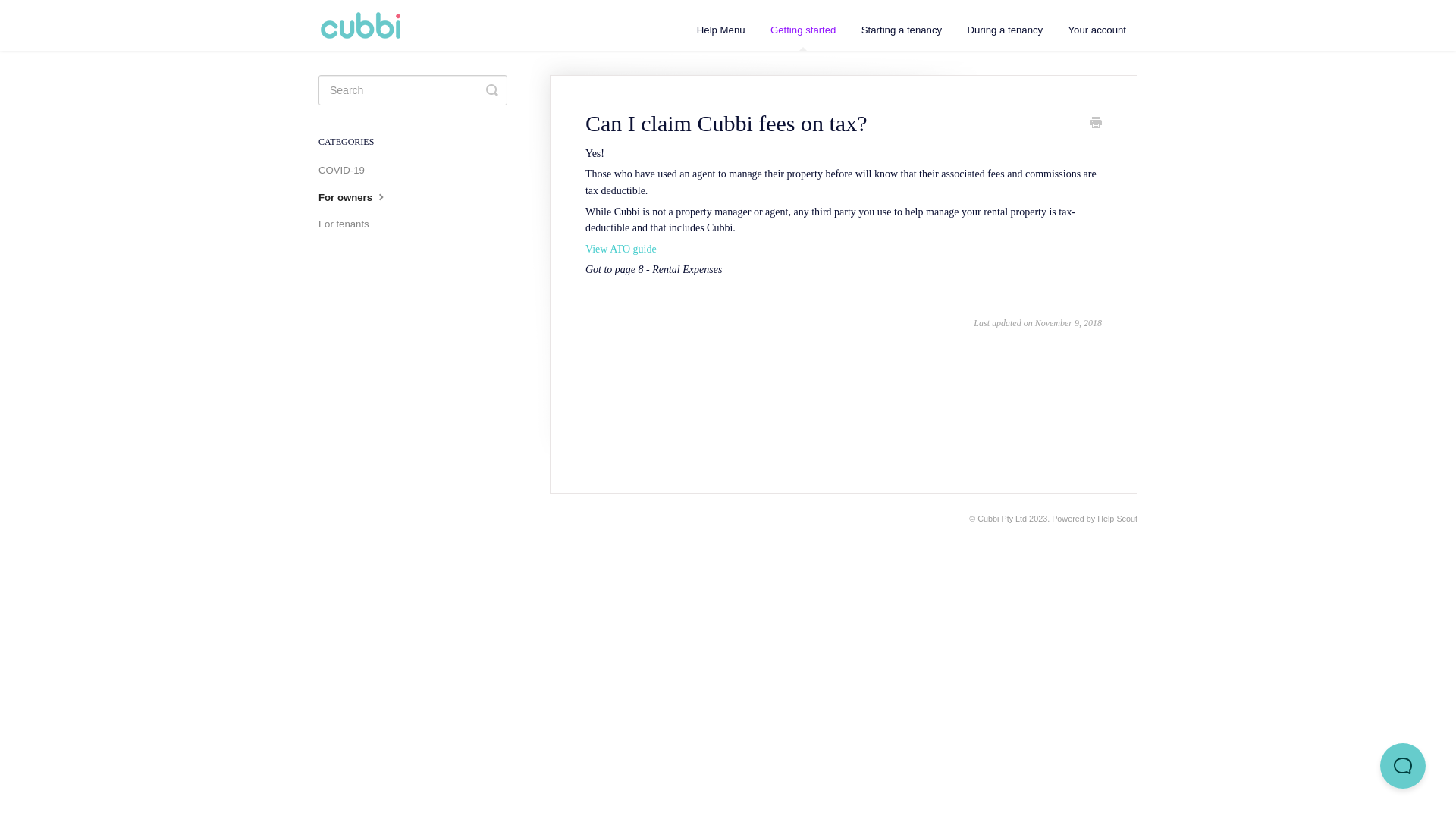 This screenshot has height=819, width=1456. I want to click on 'During a tenancy', so click(954, 30).